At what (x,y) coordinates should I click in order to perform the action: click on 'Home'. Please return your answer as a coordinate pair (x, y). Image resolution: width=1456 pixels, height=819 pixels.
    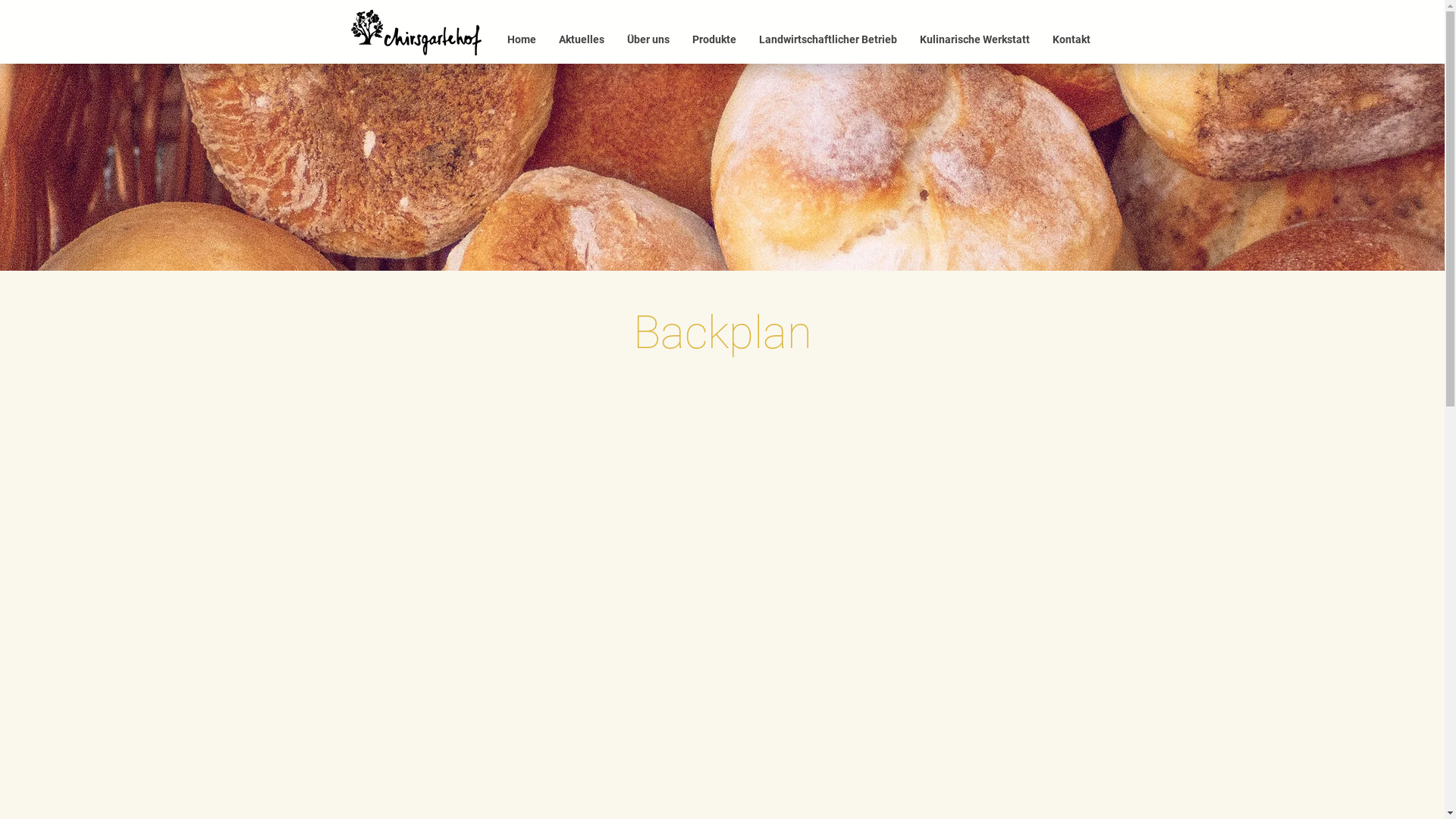
    Looking at the image, I should click on (521, 39).